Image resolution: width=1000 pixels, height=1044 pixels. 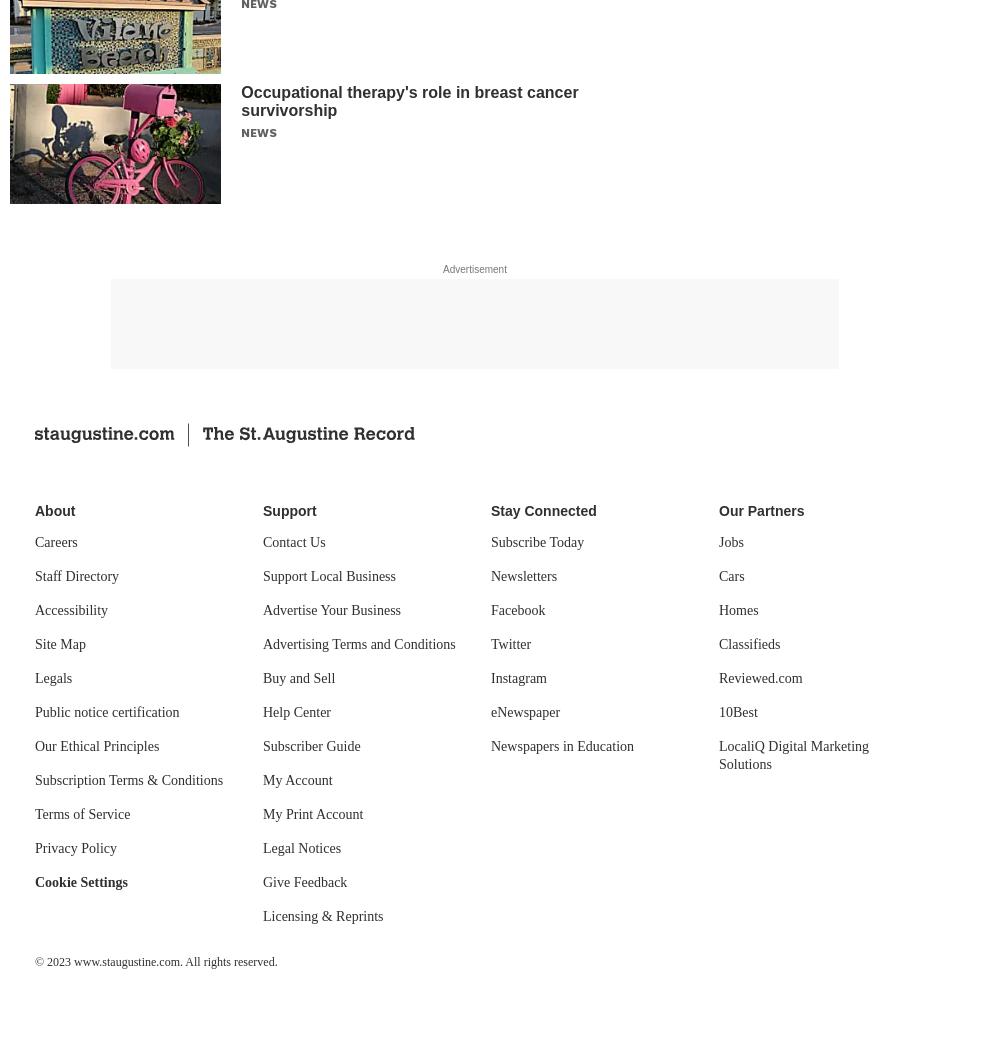 I want to click on 'Accessibility', so click(x=35, y=610).